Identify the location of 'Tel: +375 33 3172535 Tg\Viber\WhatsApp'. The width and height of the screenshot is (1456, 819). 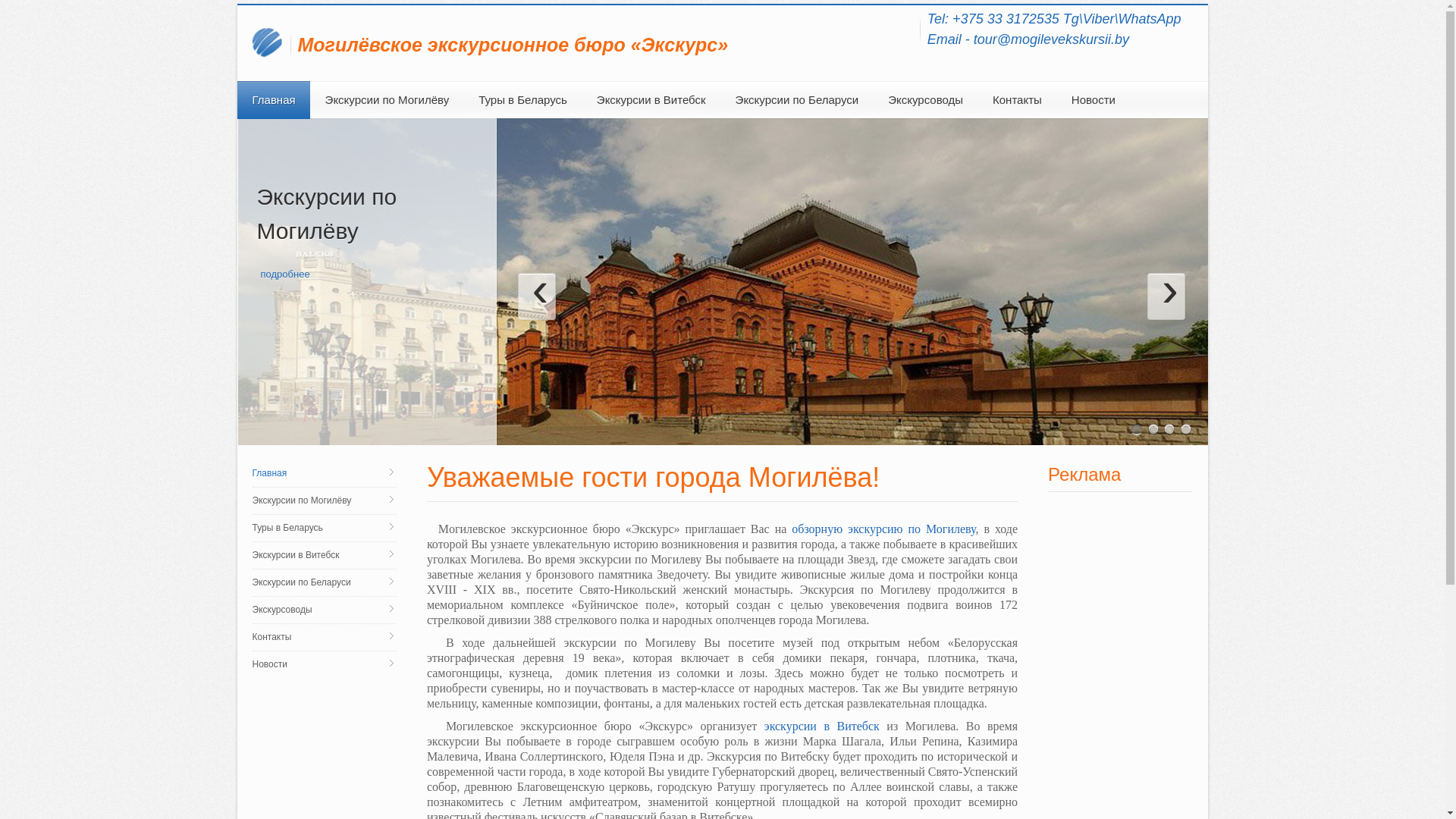
(1053, 18).